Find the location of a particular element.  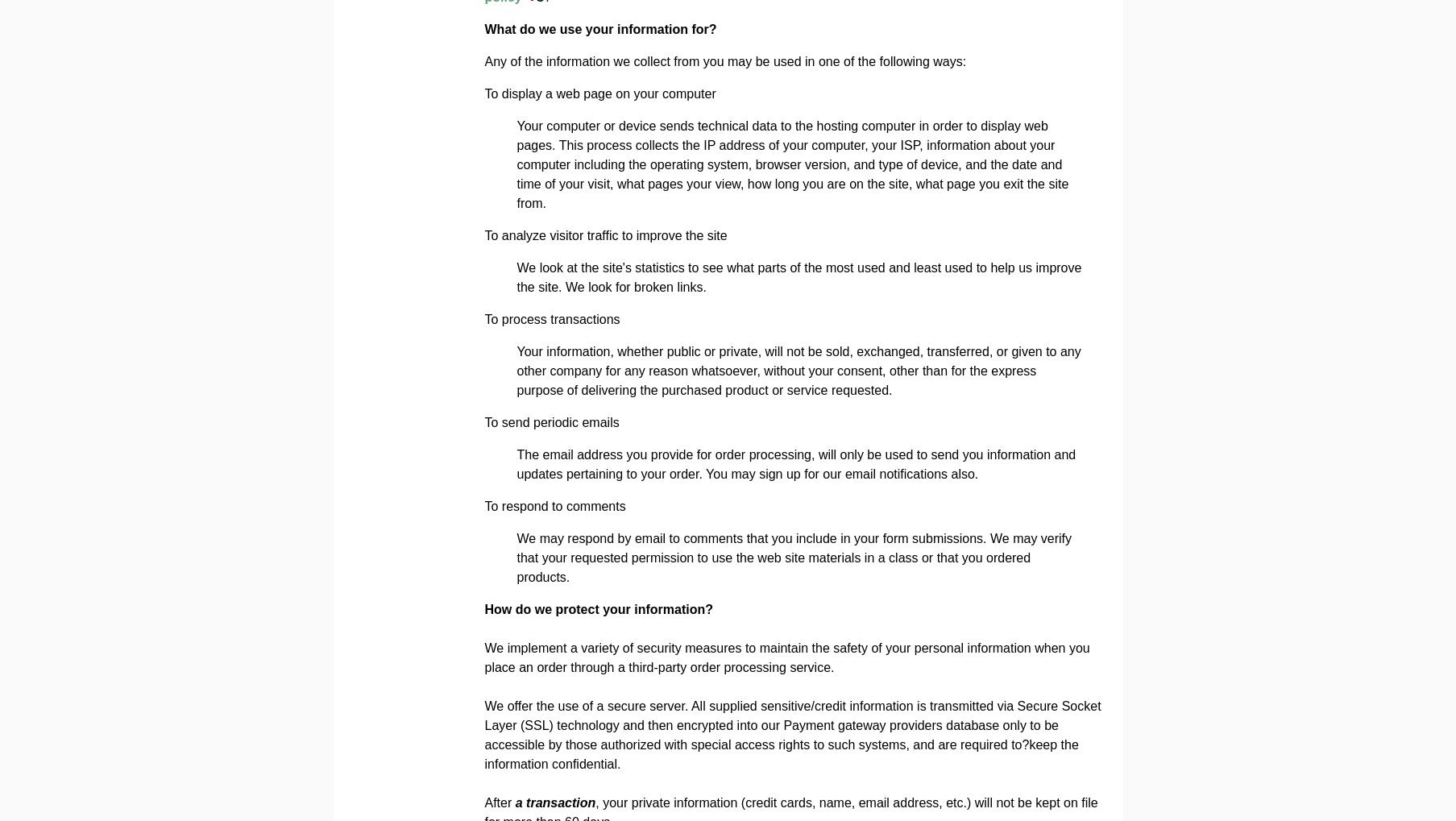

'What do we use your information for?' is located at coordinates (600, 28).